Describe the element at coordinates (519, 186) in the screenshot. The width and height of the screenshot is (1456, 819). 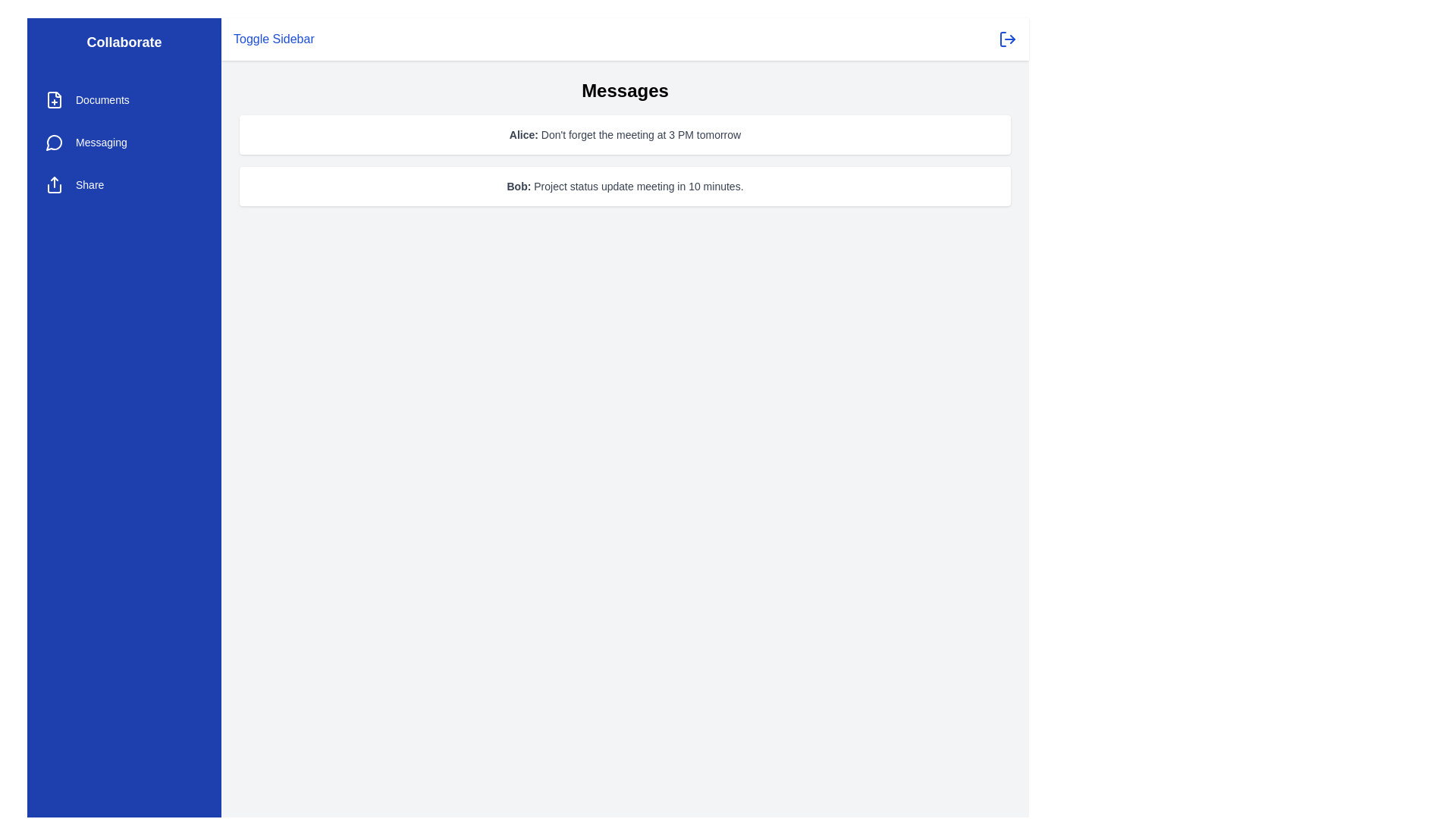
I see `the static text label 'Bob:' which is styled in bold and located at the beginning of the second message box containing 'Project status update meeting in 10 minutes.'` at that location.